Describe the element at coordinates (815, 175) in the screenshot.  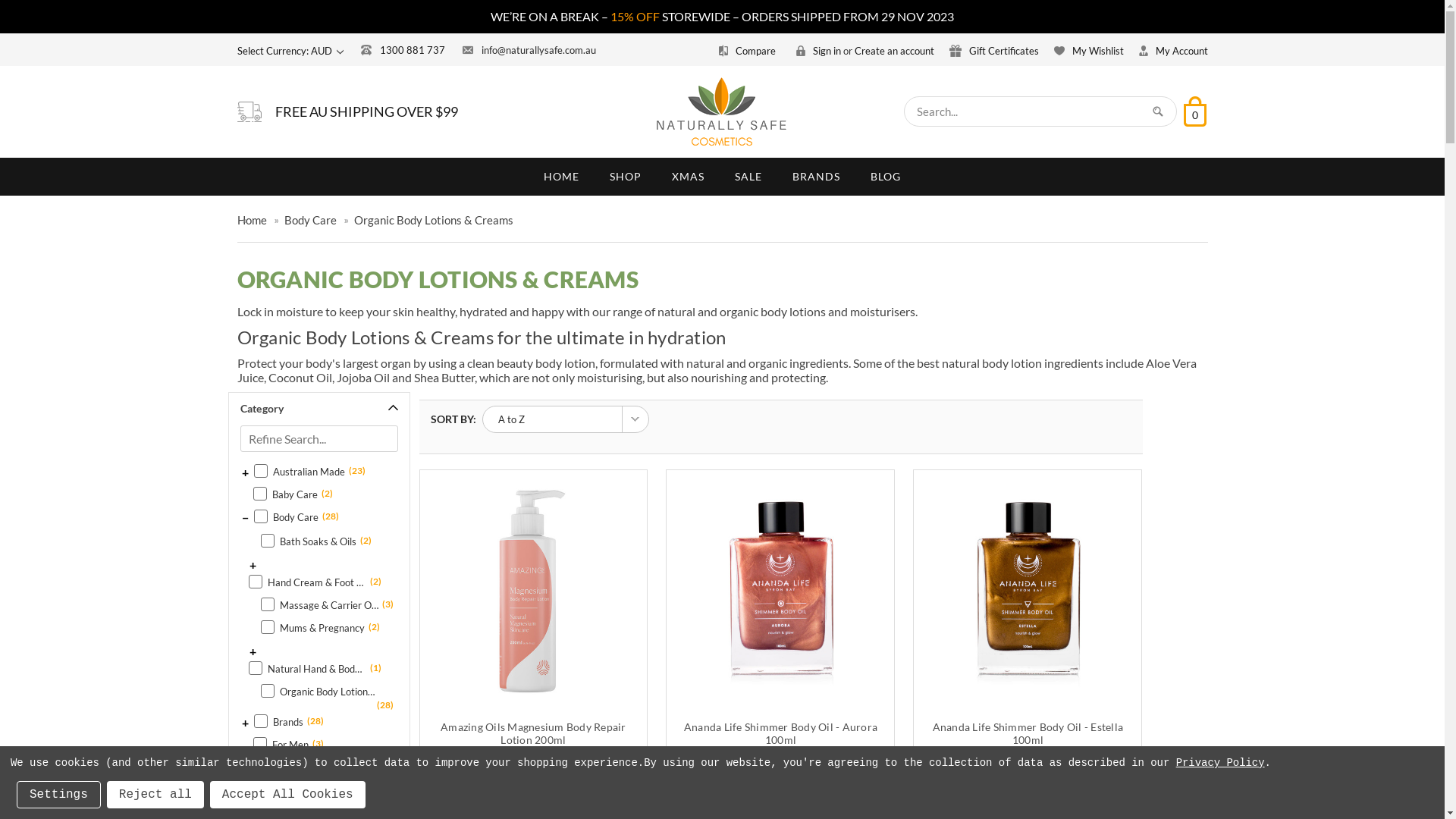
I see `'BRANDS'` at that location.